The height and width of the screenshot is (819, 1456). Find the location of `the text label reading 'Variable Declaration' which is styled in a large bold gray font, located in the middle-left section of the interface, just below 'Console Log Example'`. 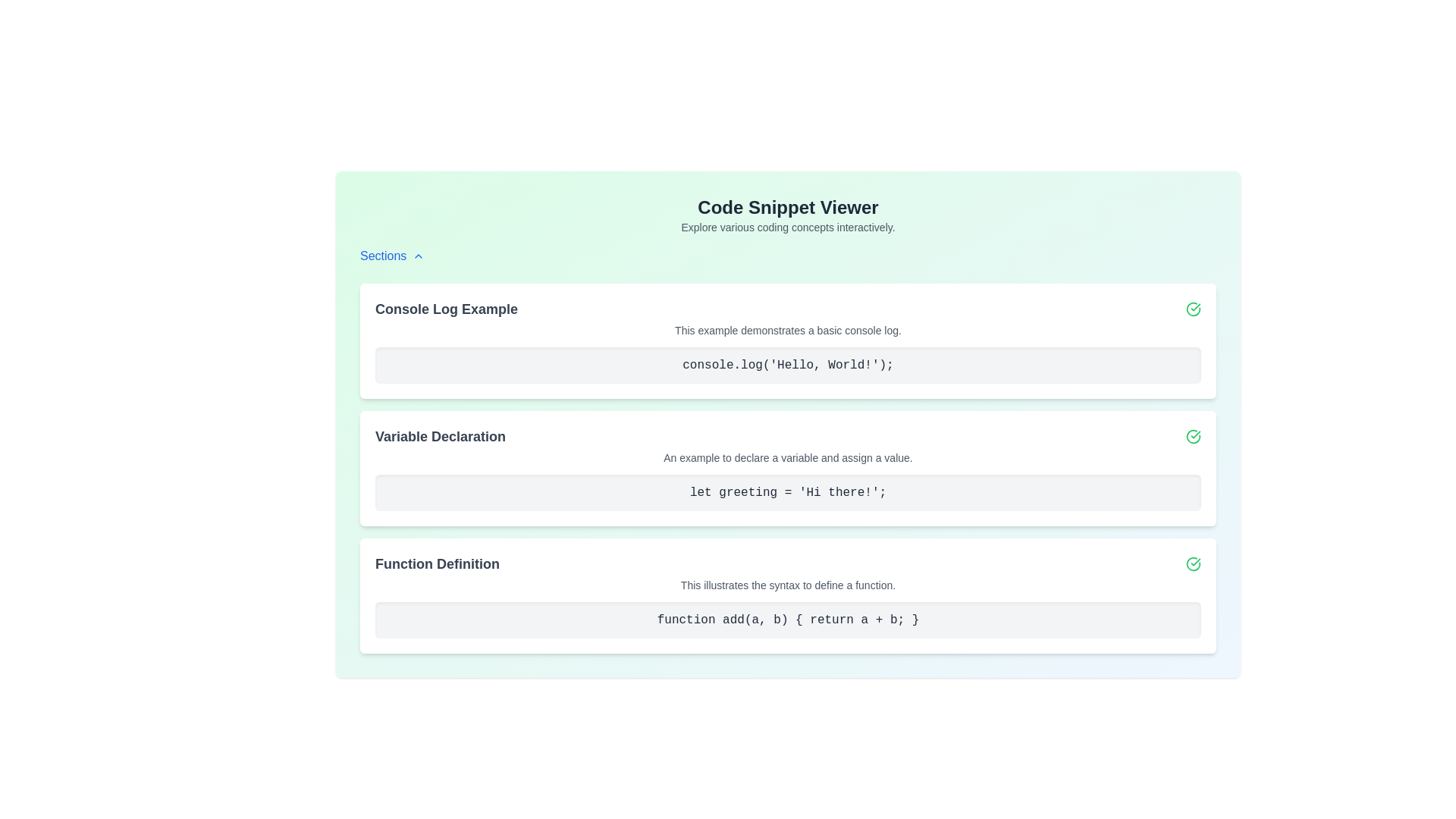

the text label reading 'Variable Declaration' which is styled in a large bold gray font, located in the middle-left section of the interface, just below 'Console Log Example' is located at coordinates (439, 436).